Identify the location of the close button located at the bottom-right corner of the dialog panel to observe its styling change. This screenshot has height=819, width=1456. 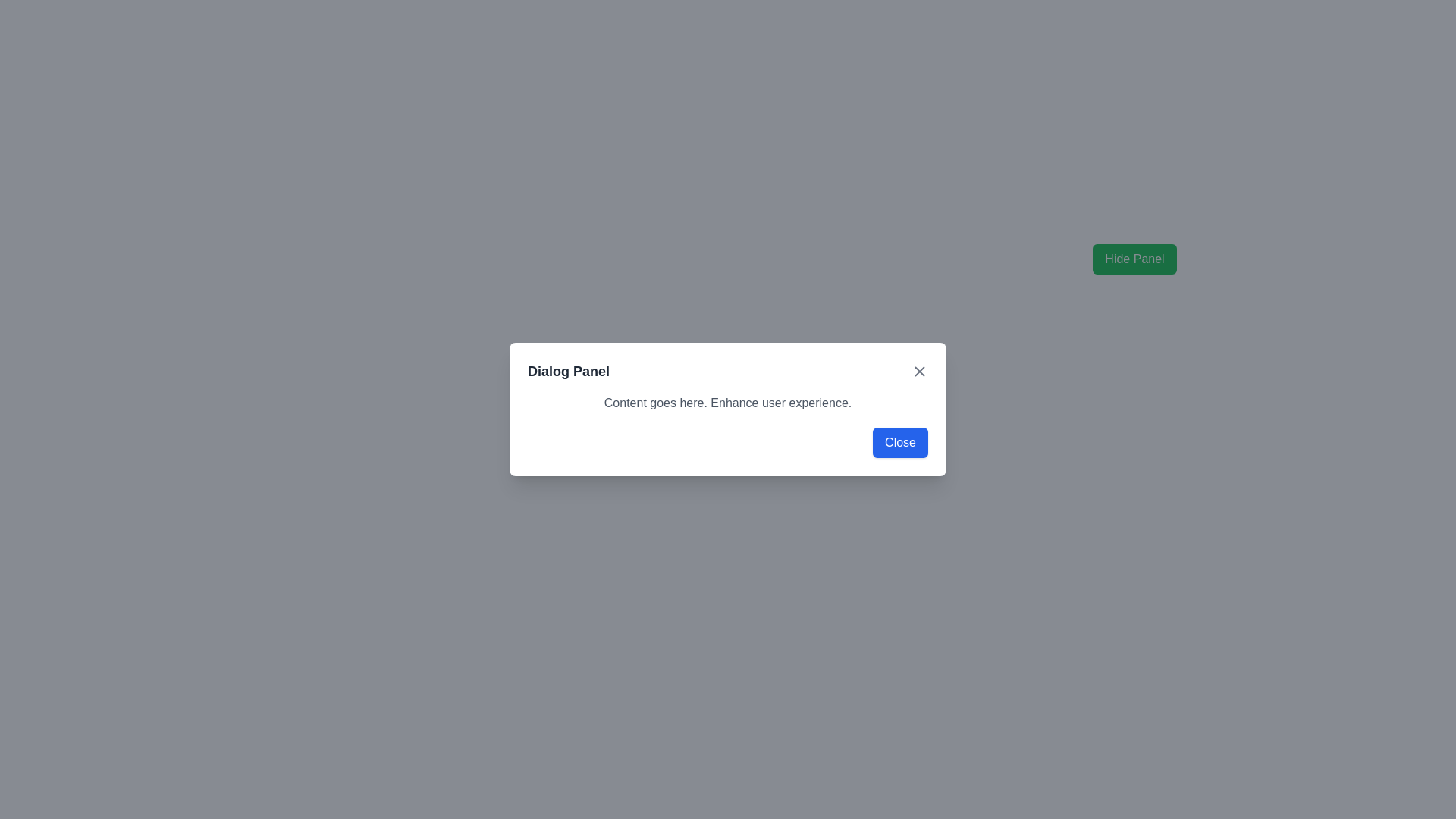
(900, 442).